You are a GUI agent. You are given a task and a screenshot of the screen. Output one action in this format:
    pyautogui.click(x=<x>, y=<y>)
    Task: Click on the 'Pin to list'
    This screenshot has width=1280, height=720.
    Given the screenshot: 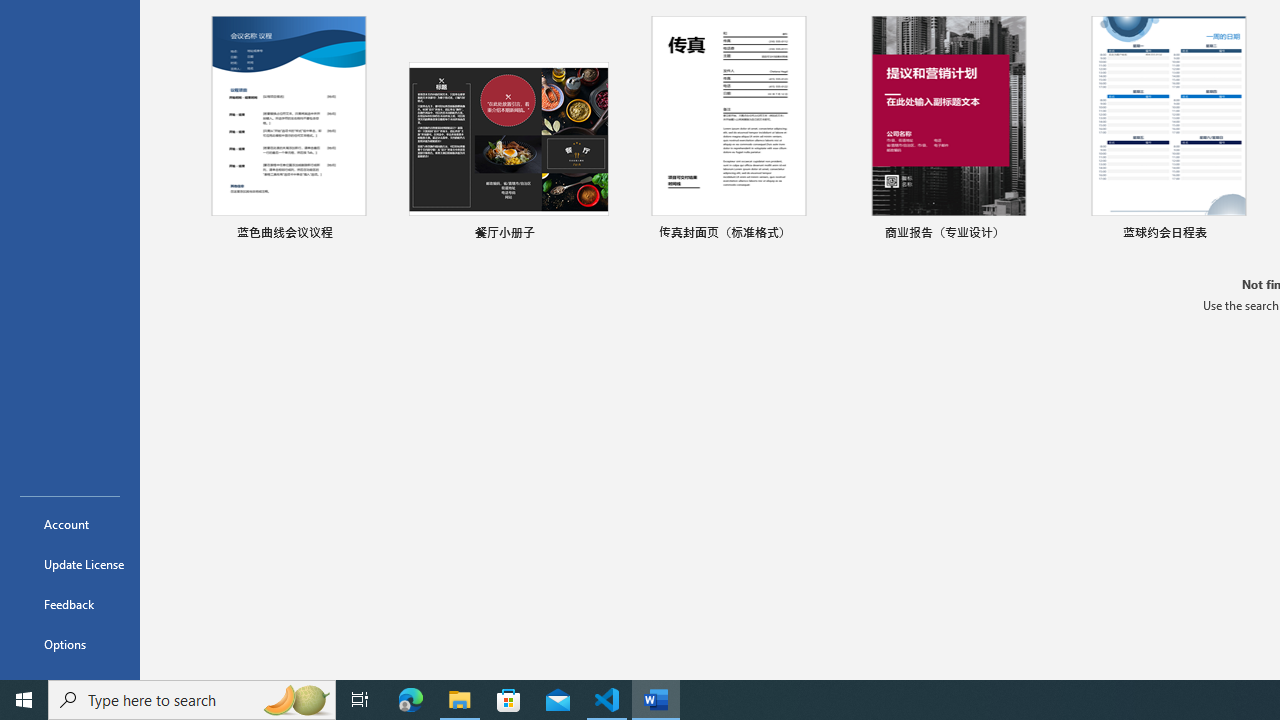 What is the action you would take?
    pyautogui.click(x=1254, y=234)
    